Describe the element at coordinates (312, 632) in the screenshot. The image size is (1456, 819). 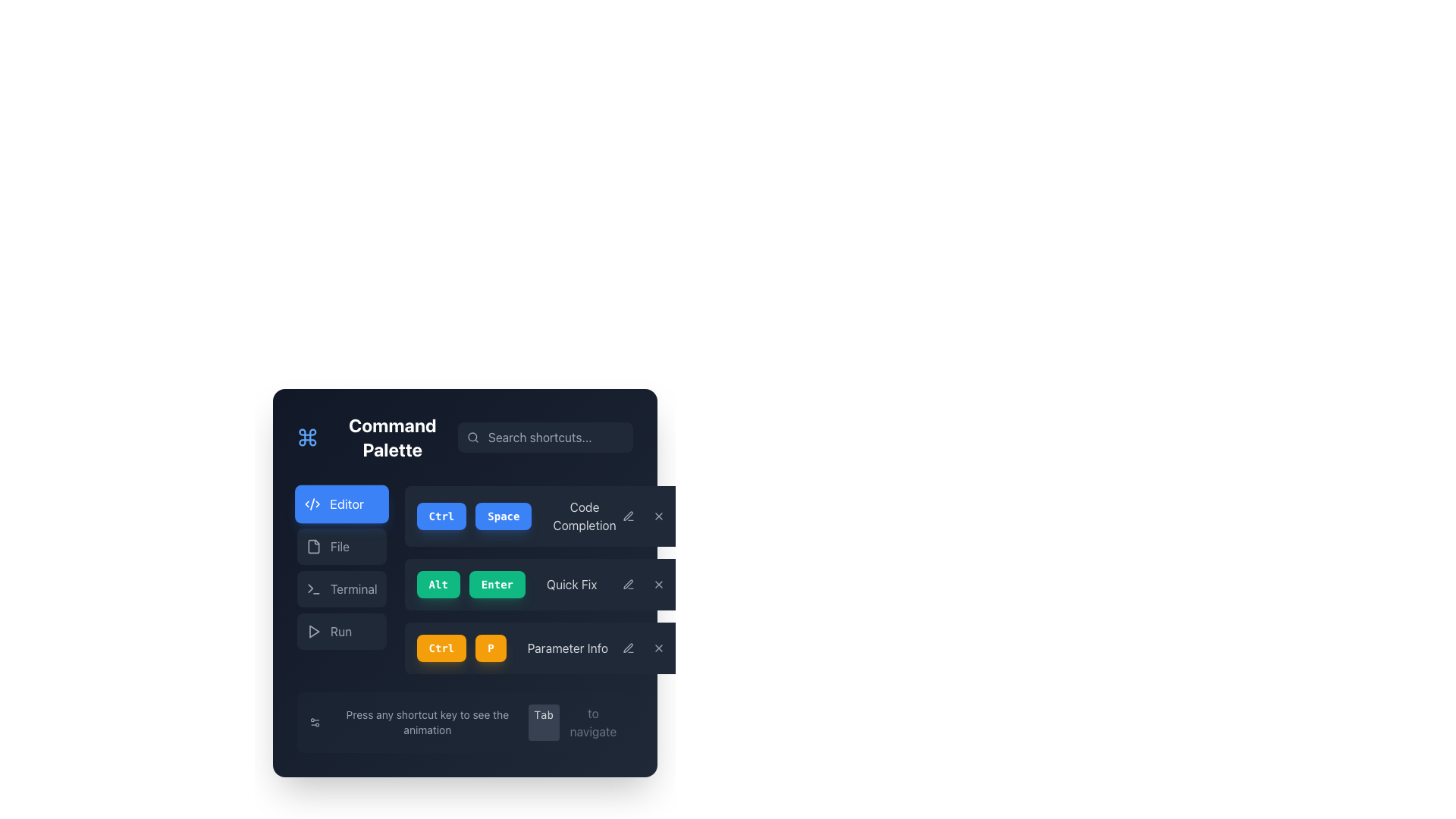
I see `the triangular 'play' icon, which is styled with a stroke outline and positioned to the left of the 'Run' text in the vertically stacked menu, to initiate the associated action` at that location.